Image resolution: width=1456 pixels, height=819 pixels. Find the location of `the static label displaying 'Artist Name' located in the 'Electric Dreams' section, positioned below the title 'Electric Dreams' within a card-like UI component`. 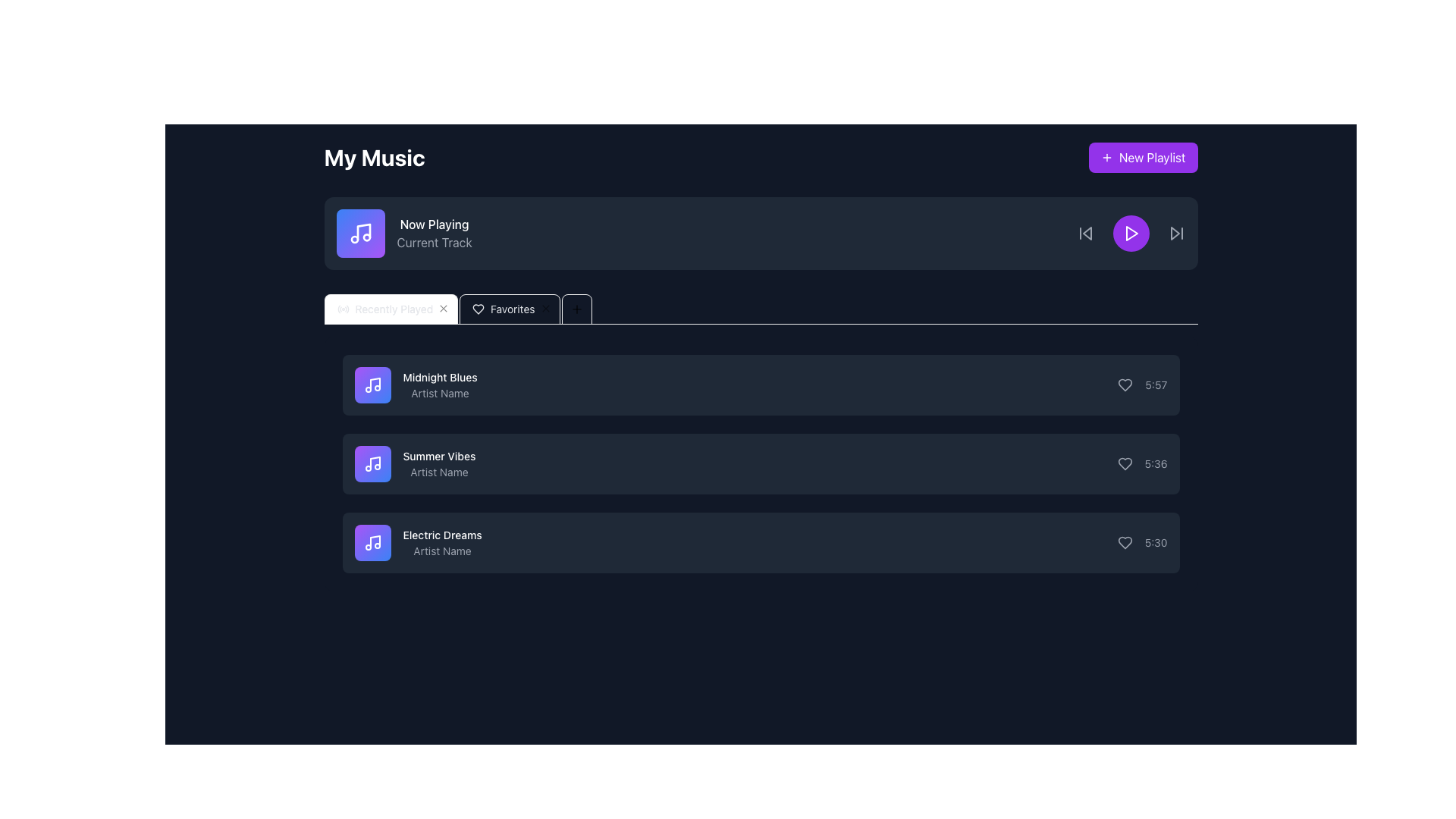

the static label displaying 'Artist Name' located in the 'Electric Dreams' section, positioned below the title 'Electric Dreams' within a card-like UI component is located at coordinates (441, 551).